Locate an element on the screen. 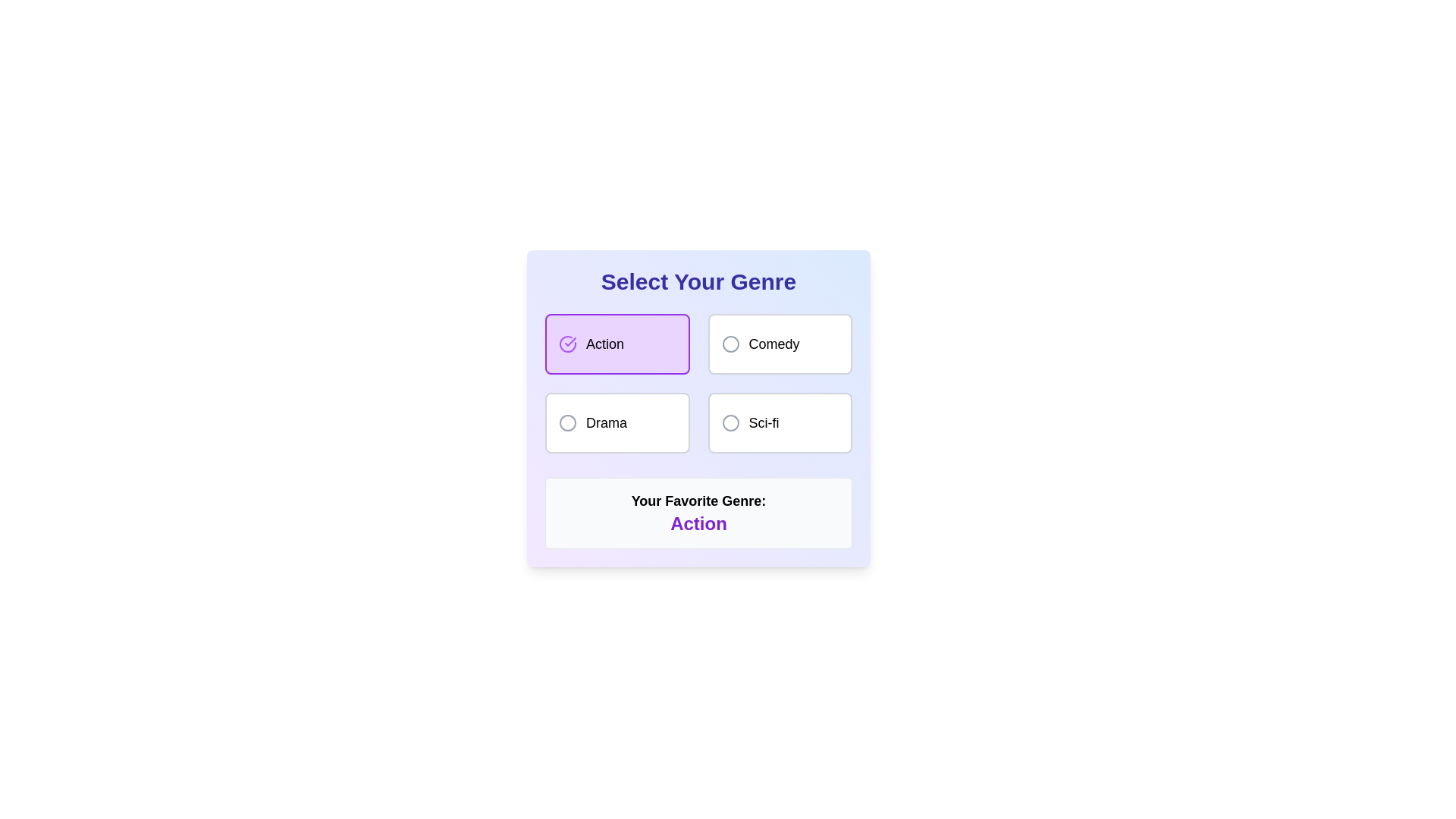  static text label 'Sci-fi' located in the bottom-right option of a 2x2 grid of genre buttons, which is styled with a medium-sized font and has a hover animation is located at coordinates (764, 423).